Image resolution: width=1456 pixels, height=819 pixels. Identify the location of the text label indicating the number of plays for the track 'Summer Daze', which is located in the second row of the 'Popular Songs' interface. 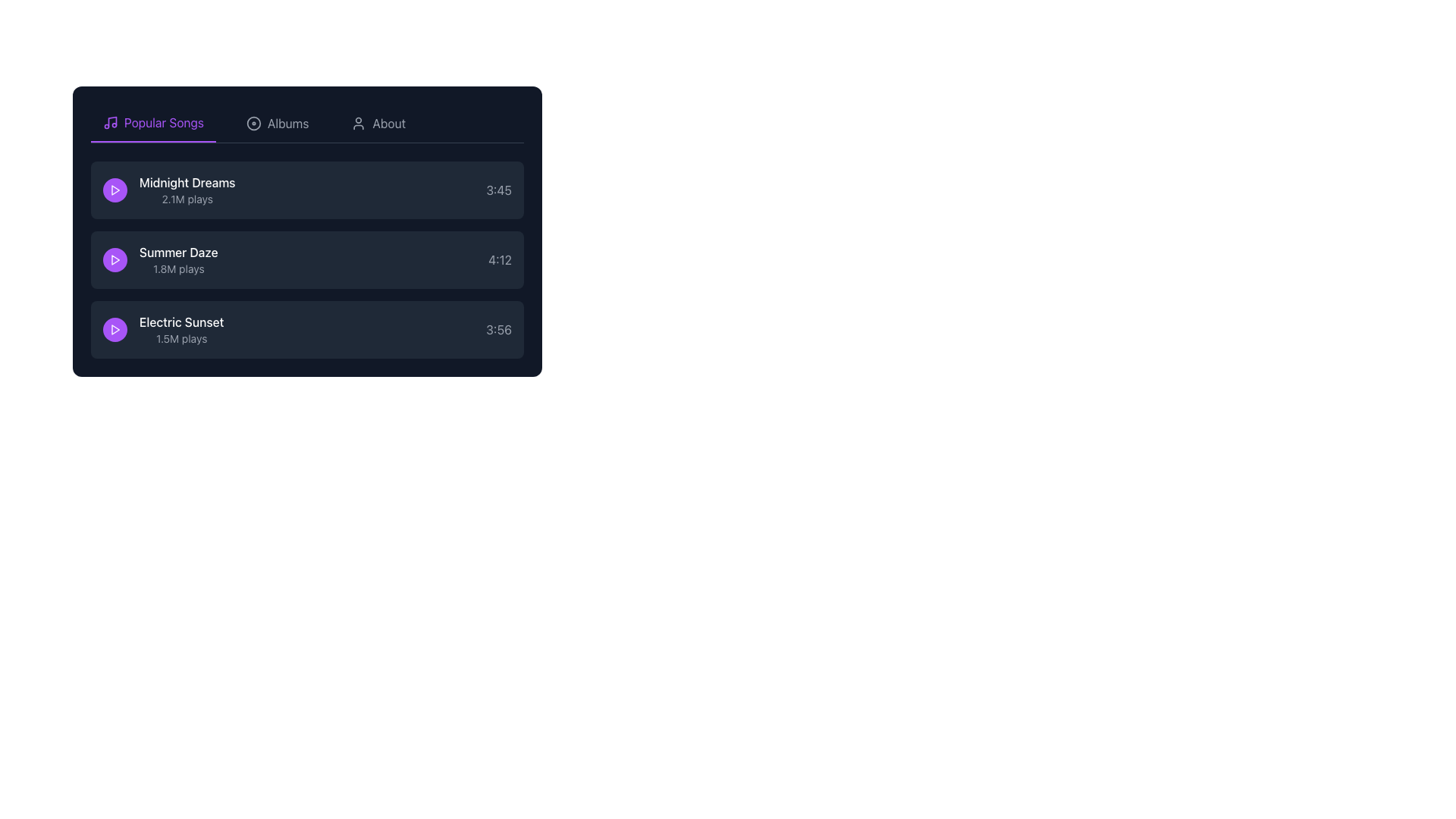
(178, 268).